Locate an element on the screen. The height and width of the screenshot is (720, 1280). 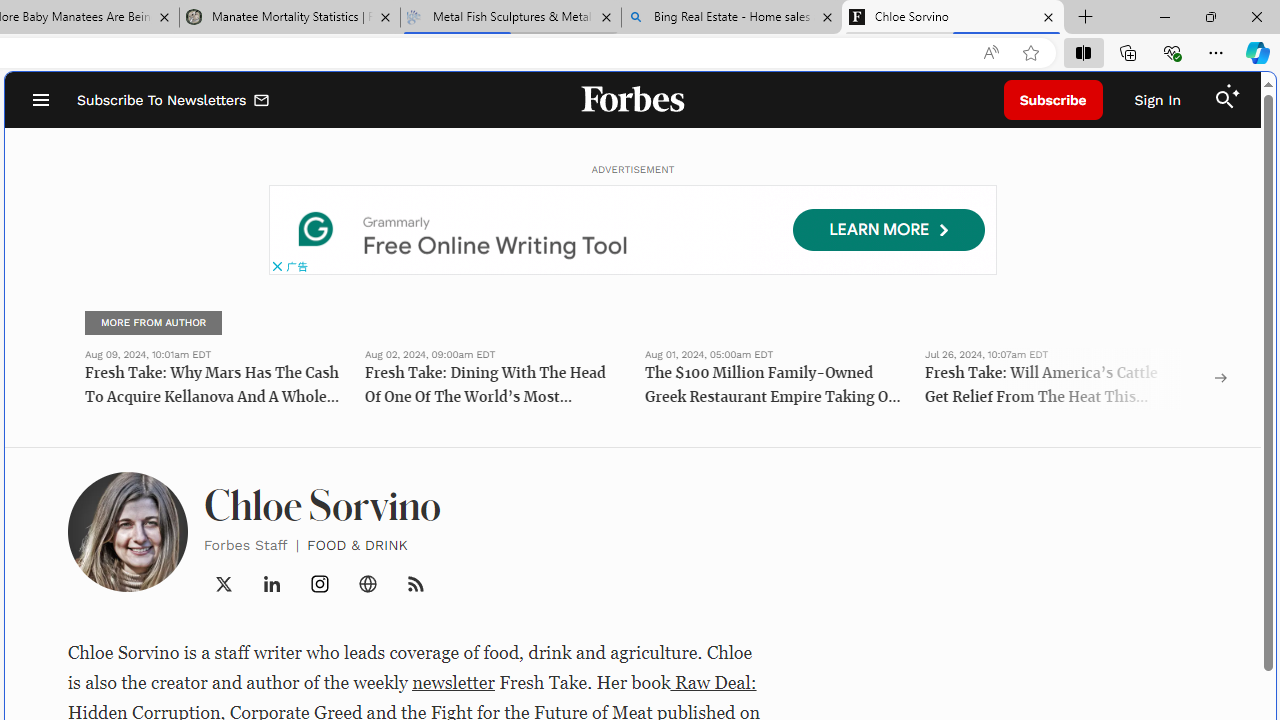
'Manatee Mortality Statistics | FWC' is located at coordinates (289, 17).